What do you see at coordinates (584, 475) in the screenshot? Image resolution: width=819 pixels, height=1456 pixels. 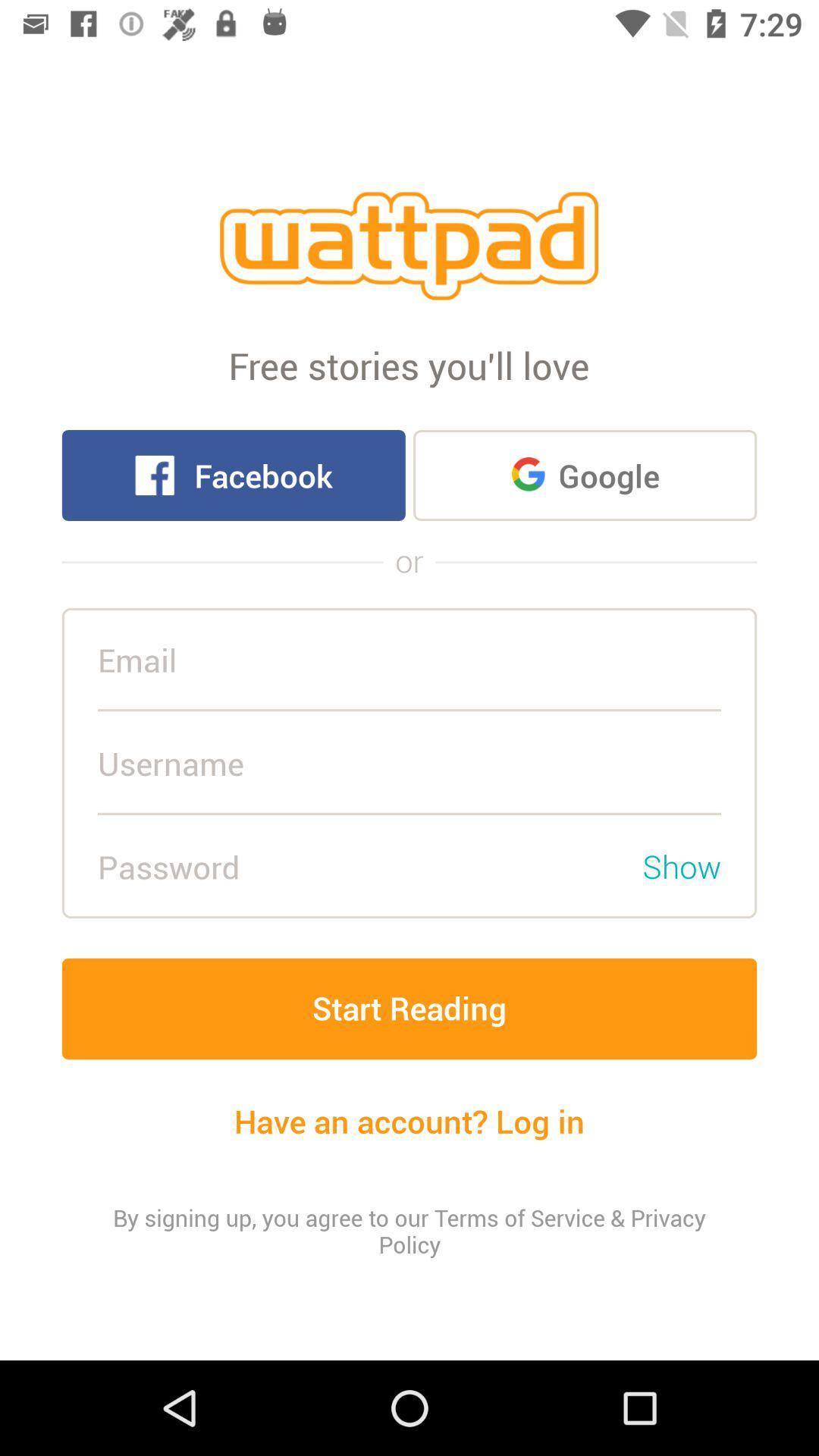 I see `google` at bounding box center [584, 475].